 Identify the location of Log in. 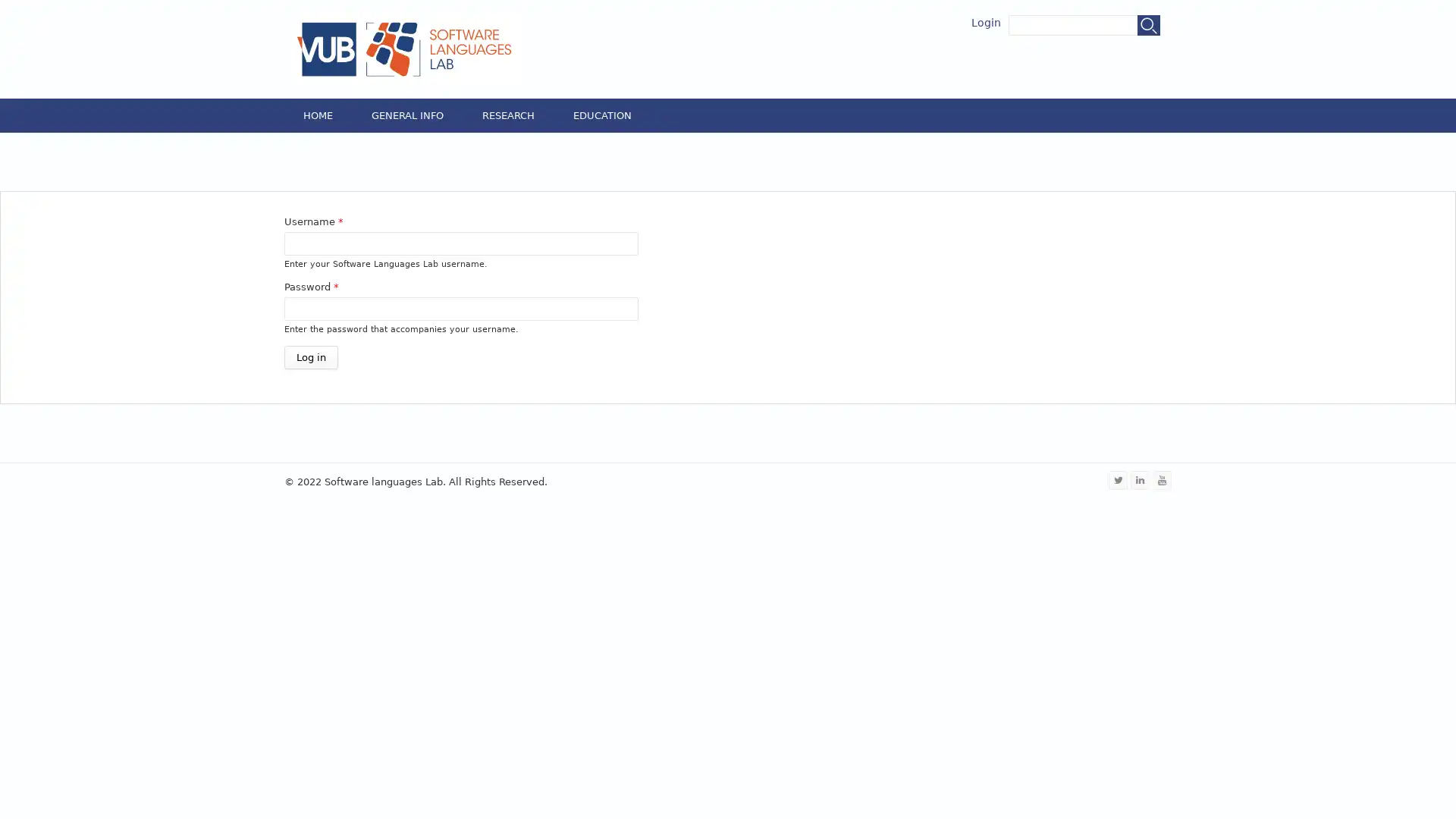
(310, 356).